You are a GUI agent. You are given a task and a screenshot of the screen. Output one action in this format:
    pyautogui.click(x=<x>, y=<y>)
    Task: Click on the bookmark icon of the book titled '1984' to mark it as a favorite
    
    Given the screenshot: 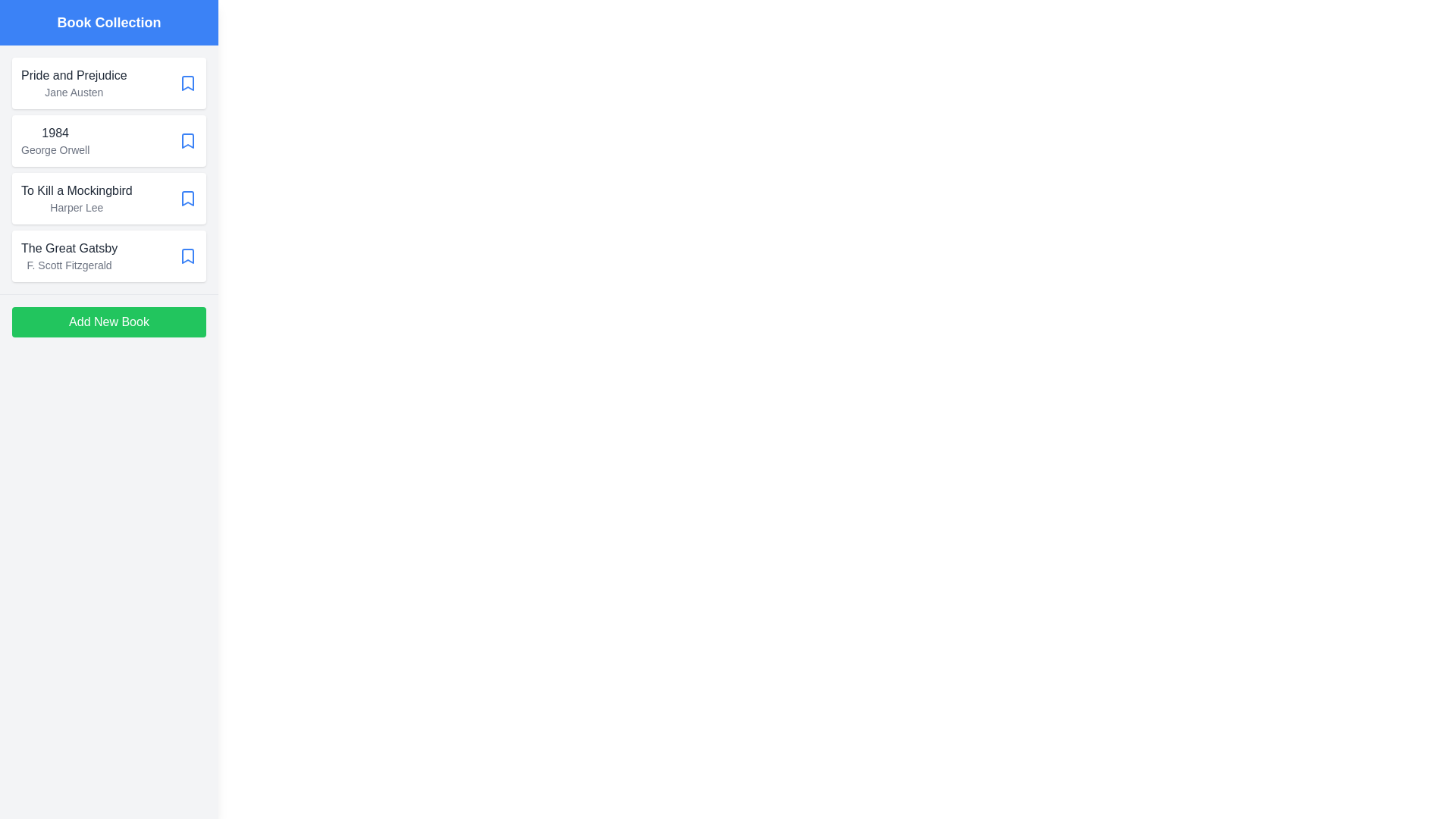 What is the action you would take?
    pyautogui.click(x=187, y=140)
    